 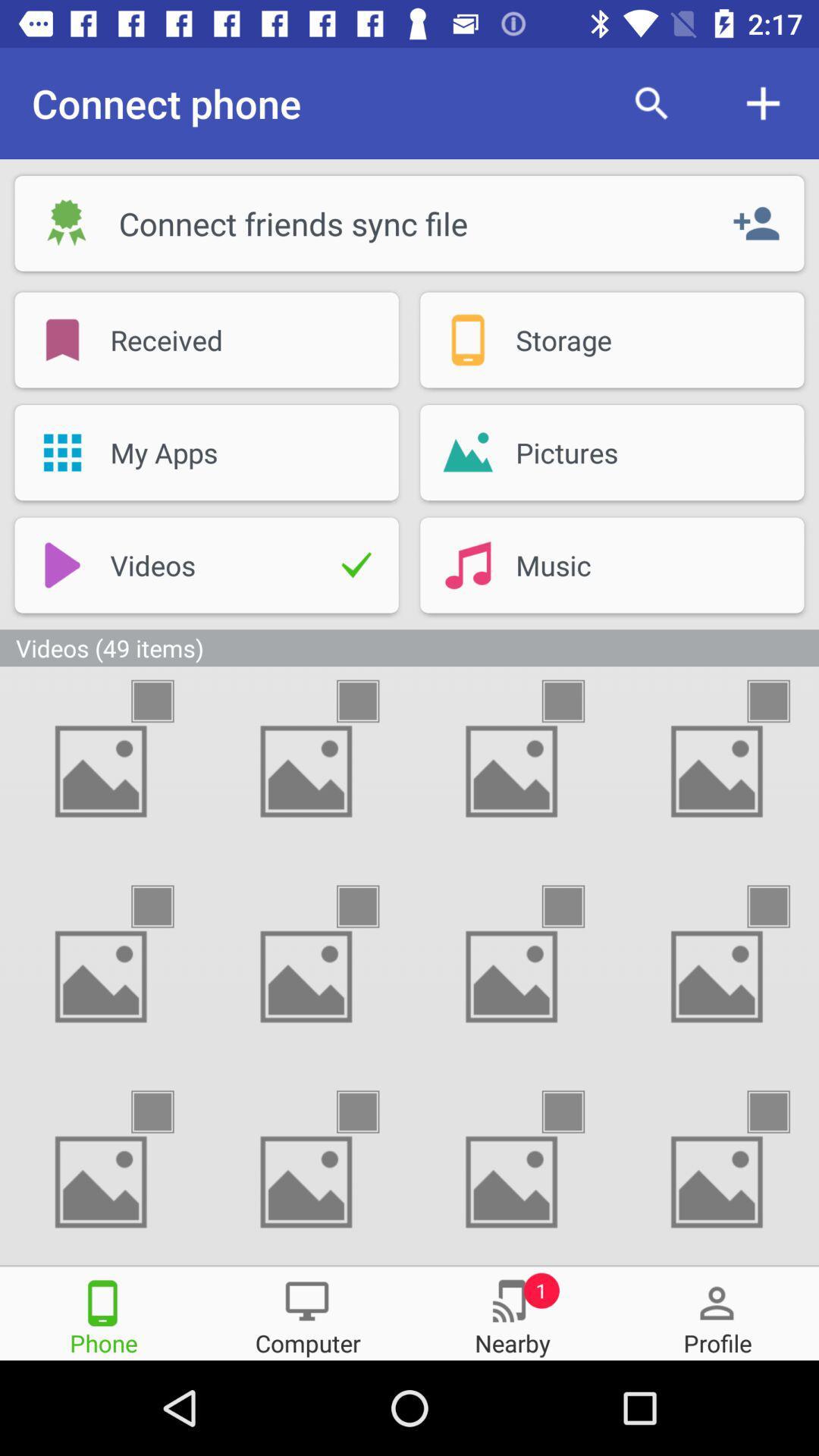 I want to click on picture, so click(x=372, y=700).